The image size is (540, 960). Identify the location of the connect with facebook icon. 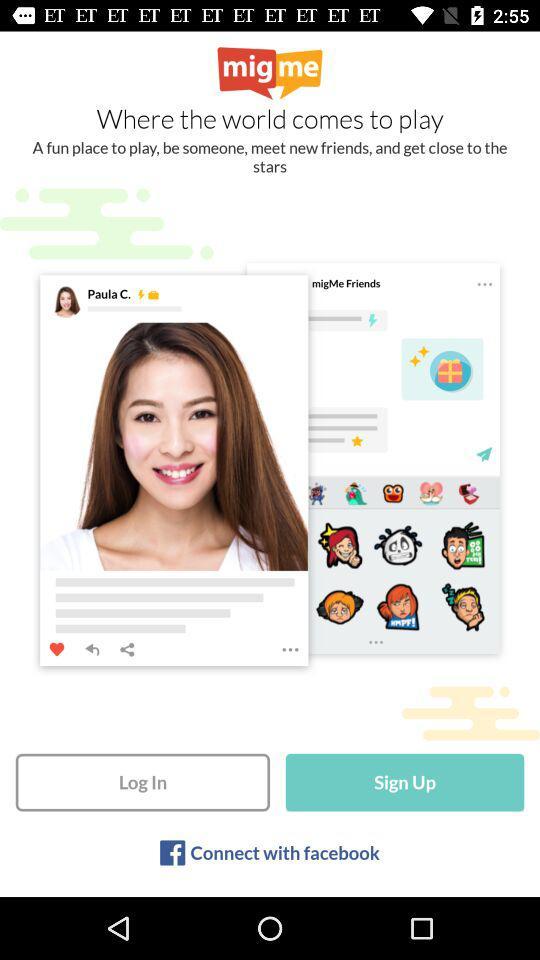
(284, 851).